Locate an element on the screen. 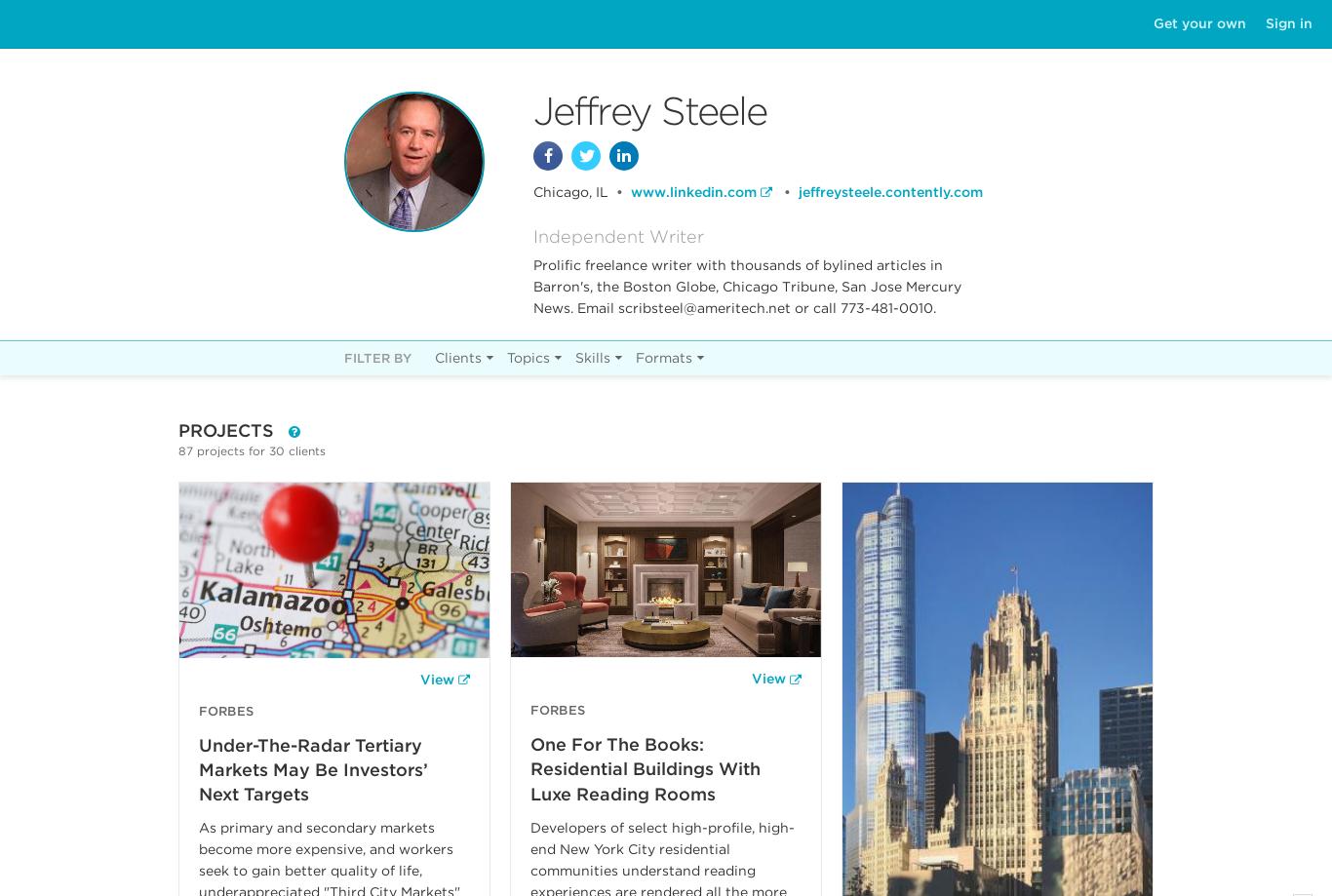 Image resolution: width=1332 pixels, height=896 pixels. 'Topics' is located at coordinates (529, 356).